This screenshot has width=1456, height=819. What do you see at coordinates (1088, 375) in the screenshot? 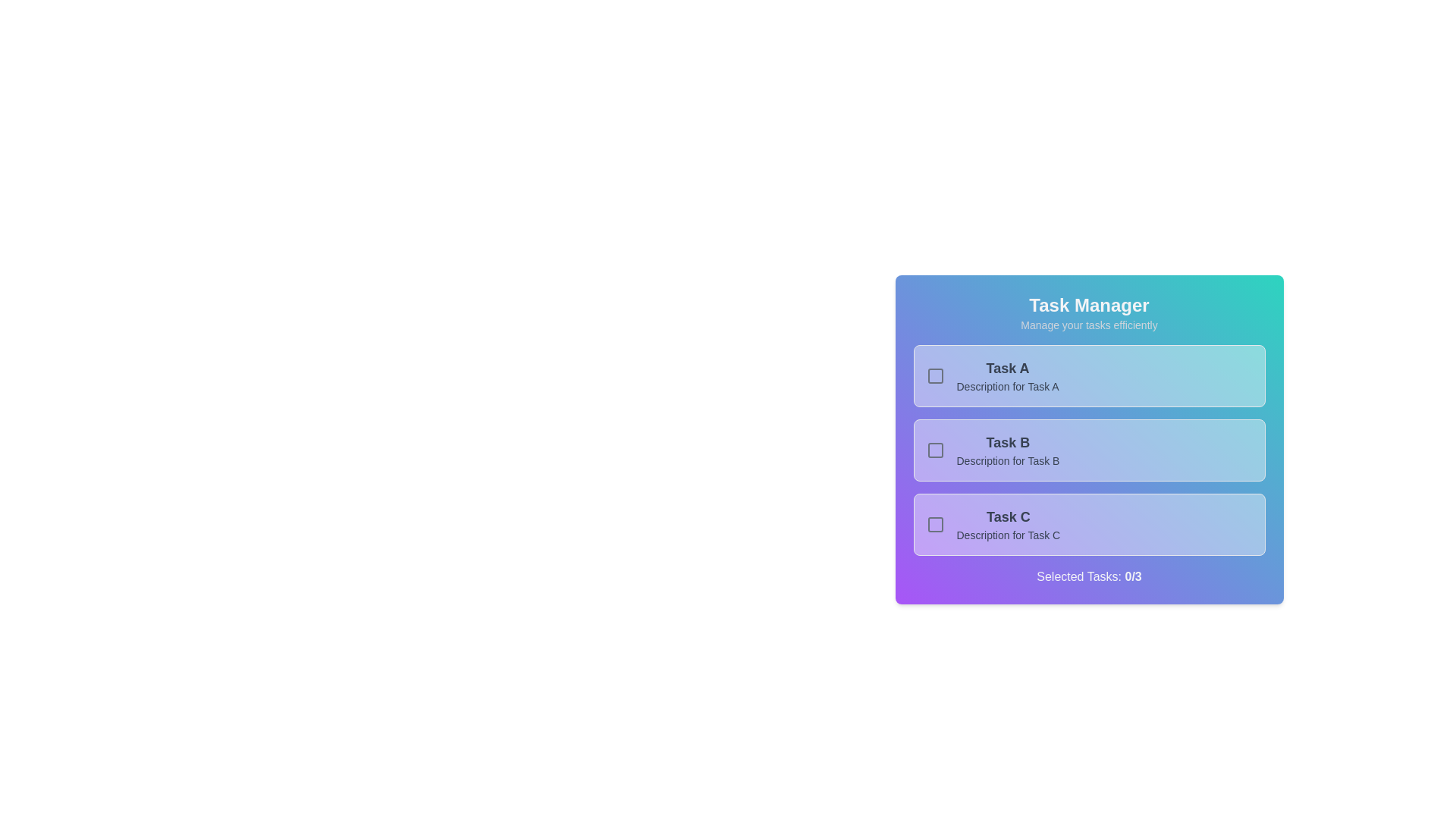
I see `the task card corresponding to 1` at bounding box center [1088, 375].